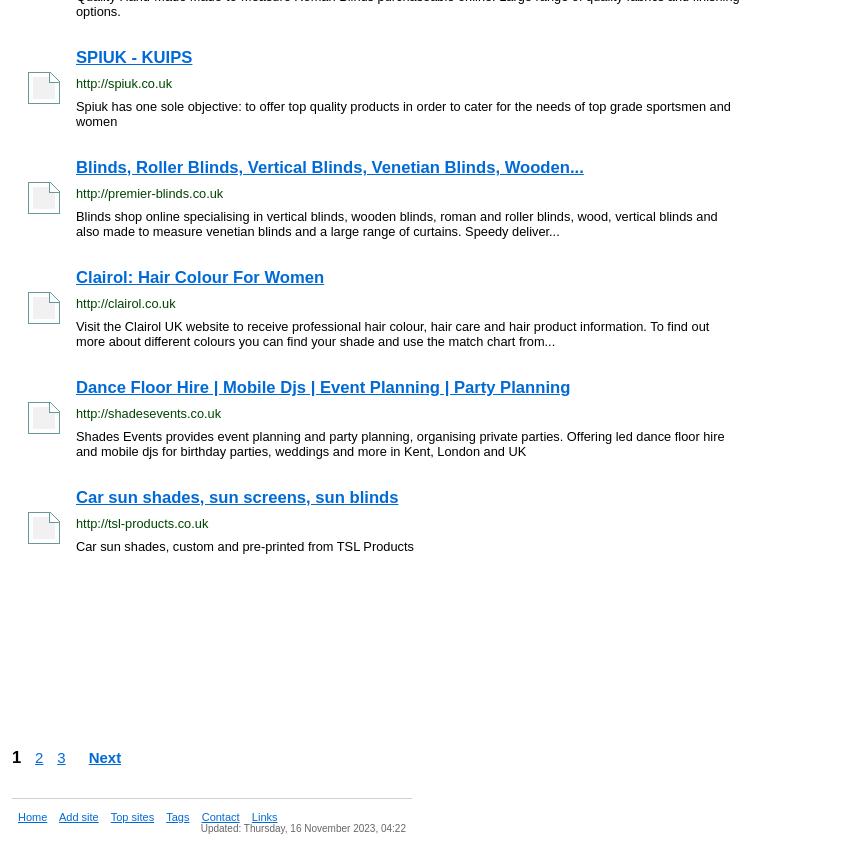 The height and width of the screenshot is (857, 864). I want to click on 'http://tsl-products.co.uk', so click(141, 522).